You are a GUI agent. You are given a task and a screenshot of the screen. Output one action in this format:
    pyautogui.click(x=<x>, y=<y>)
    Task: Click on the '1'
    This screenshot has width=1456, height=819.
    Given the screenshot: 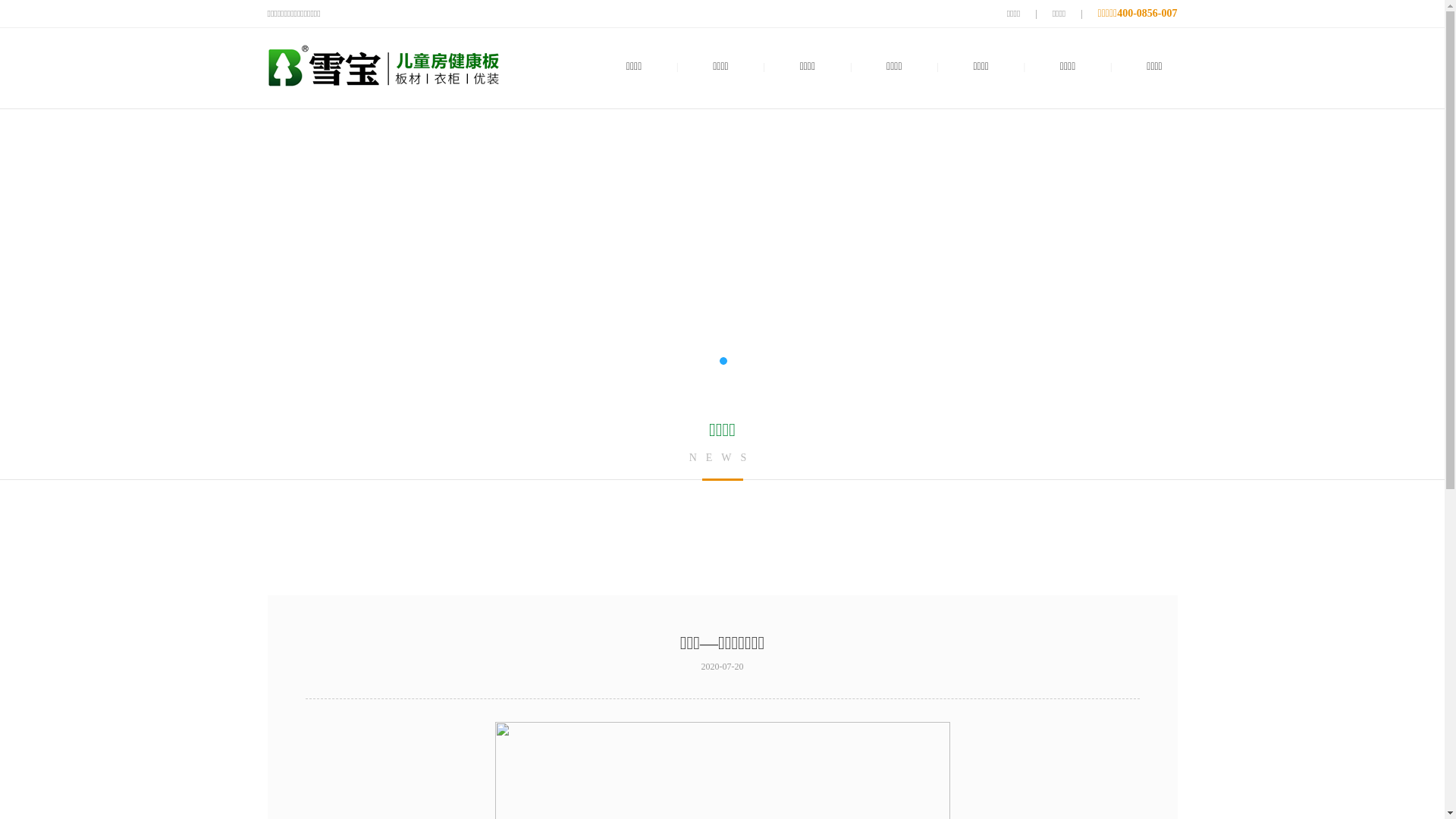 What is the action you would take?
    pyautogui.click(x=720, y=360)
    